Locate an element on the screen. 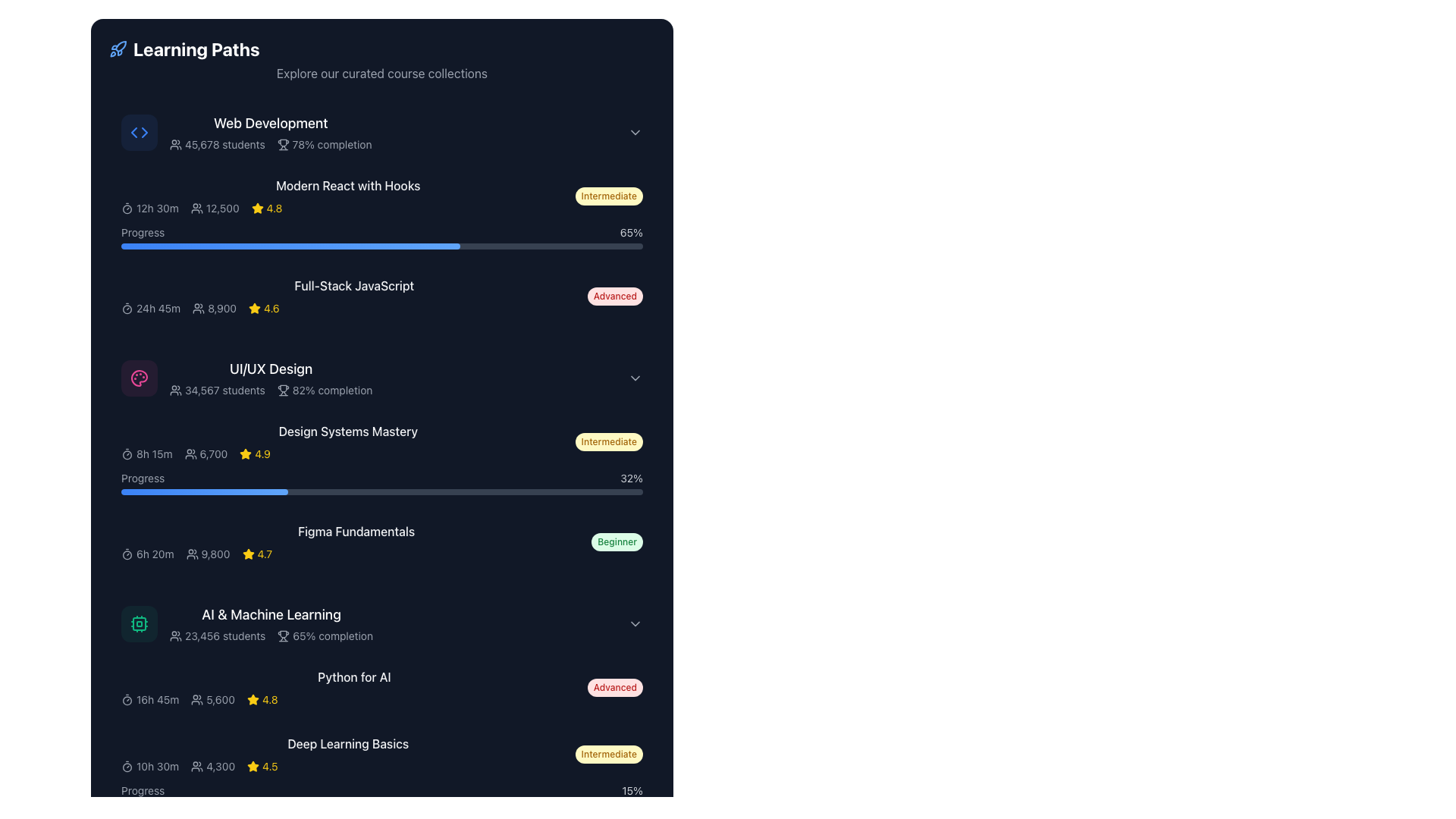  the first course card titled 'Modern React with Hooks' in the 'Learning Paths' section to interact with its sub-elements like the progress bar or rating is located at coordinates (382, 213).